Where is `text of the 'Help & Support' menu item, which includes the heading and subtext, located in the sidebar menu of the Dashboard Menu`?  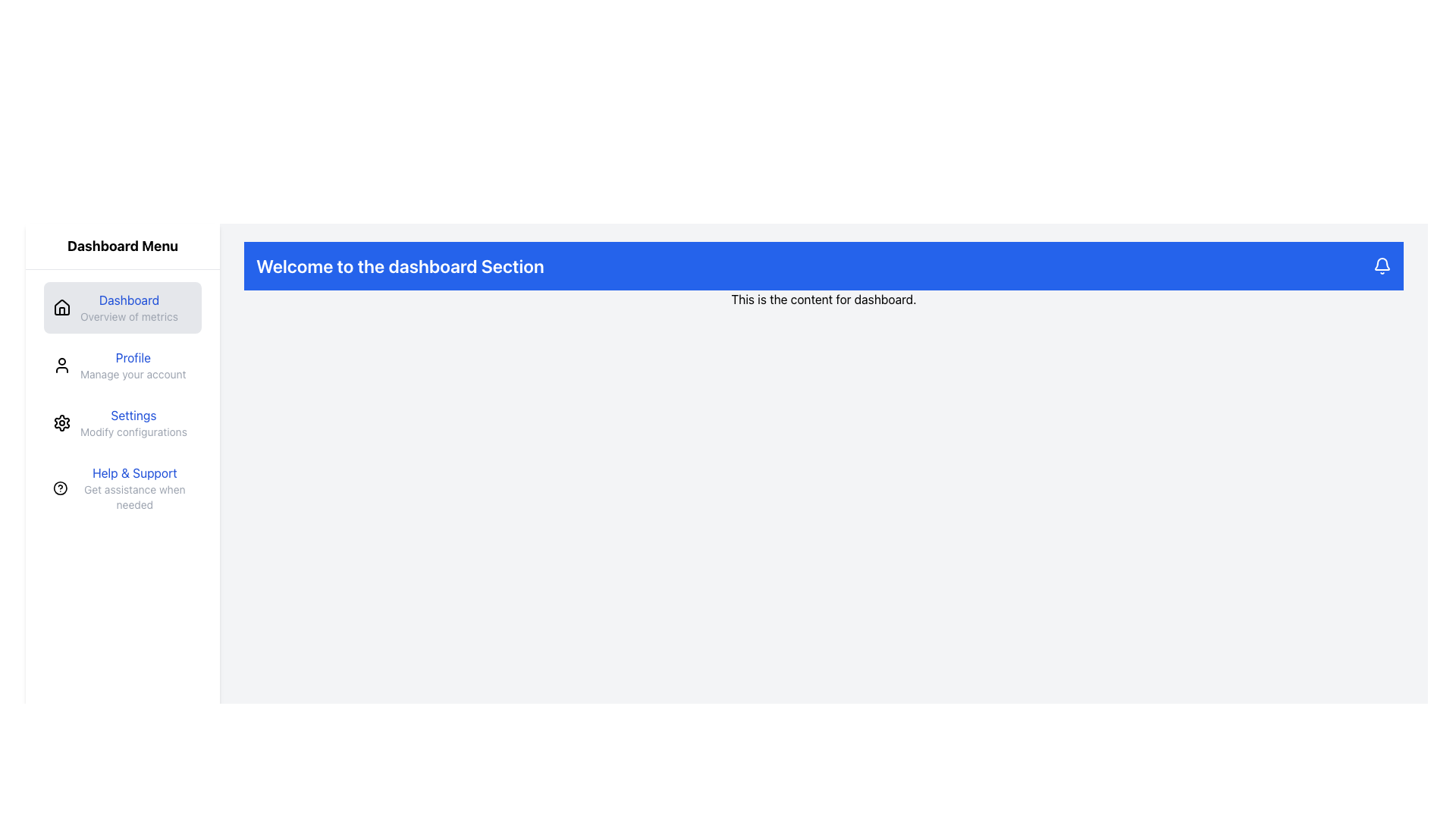
text of the 'Help & Support' menu item, which includes the heading and subtext, located in the sidebar menu of the Dashboard Menu is located at coordinates (123, 488).